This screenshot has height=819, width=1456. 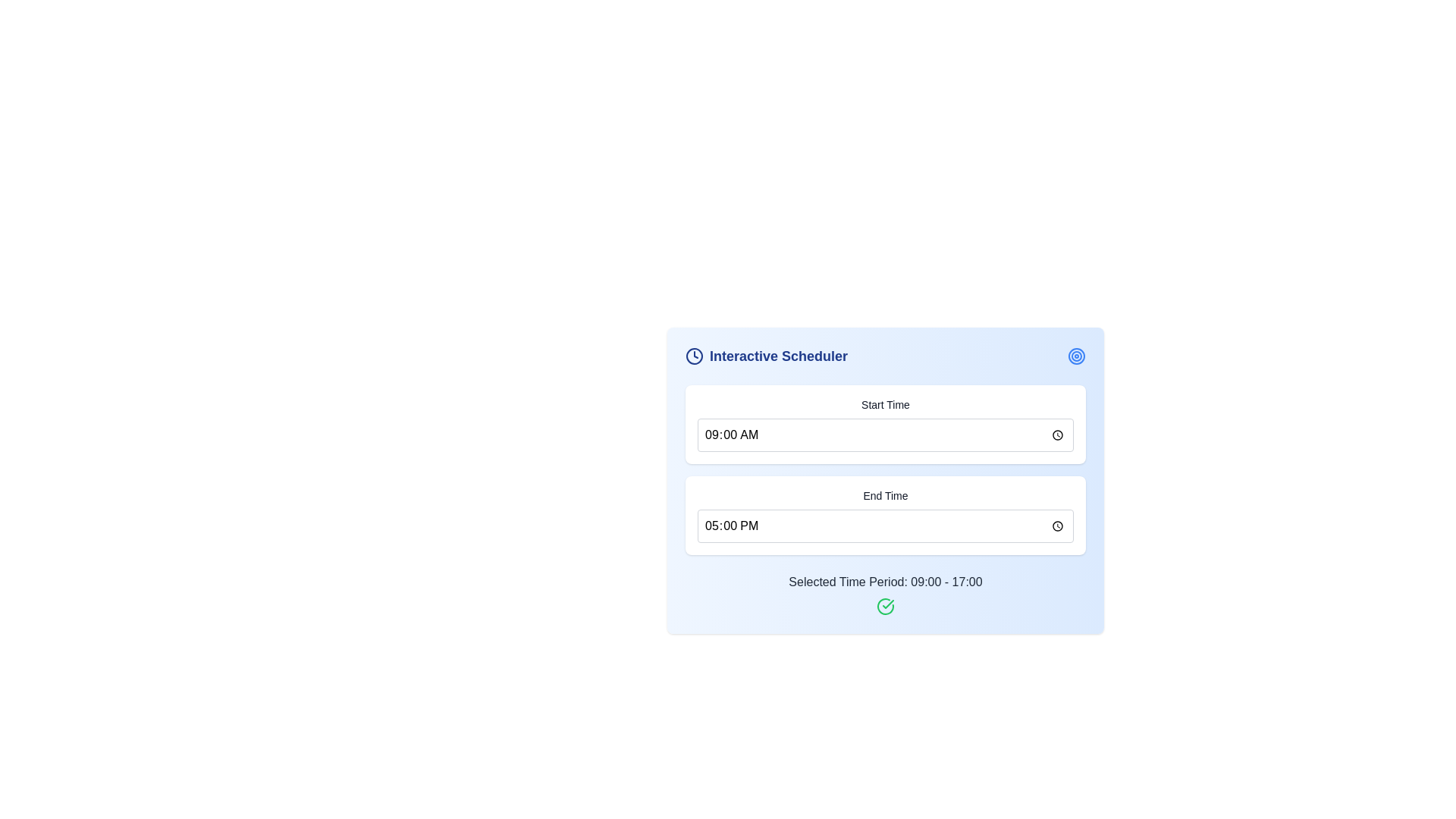 What do you see at coordinates (885, 496) in the screenshot?
I see `the 'End Time' text label, which is a small-sized, bold-typed label displayed in dark-gray color, positioned above a time input field within a light-blue background card` at bounding box center [885, 496].